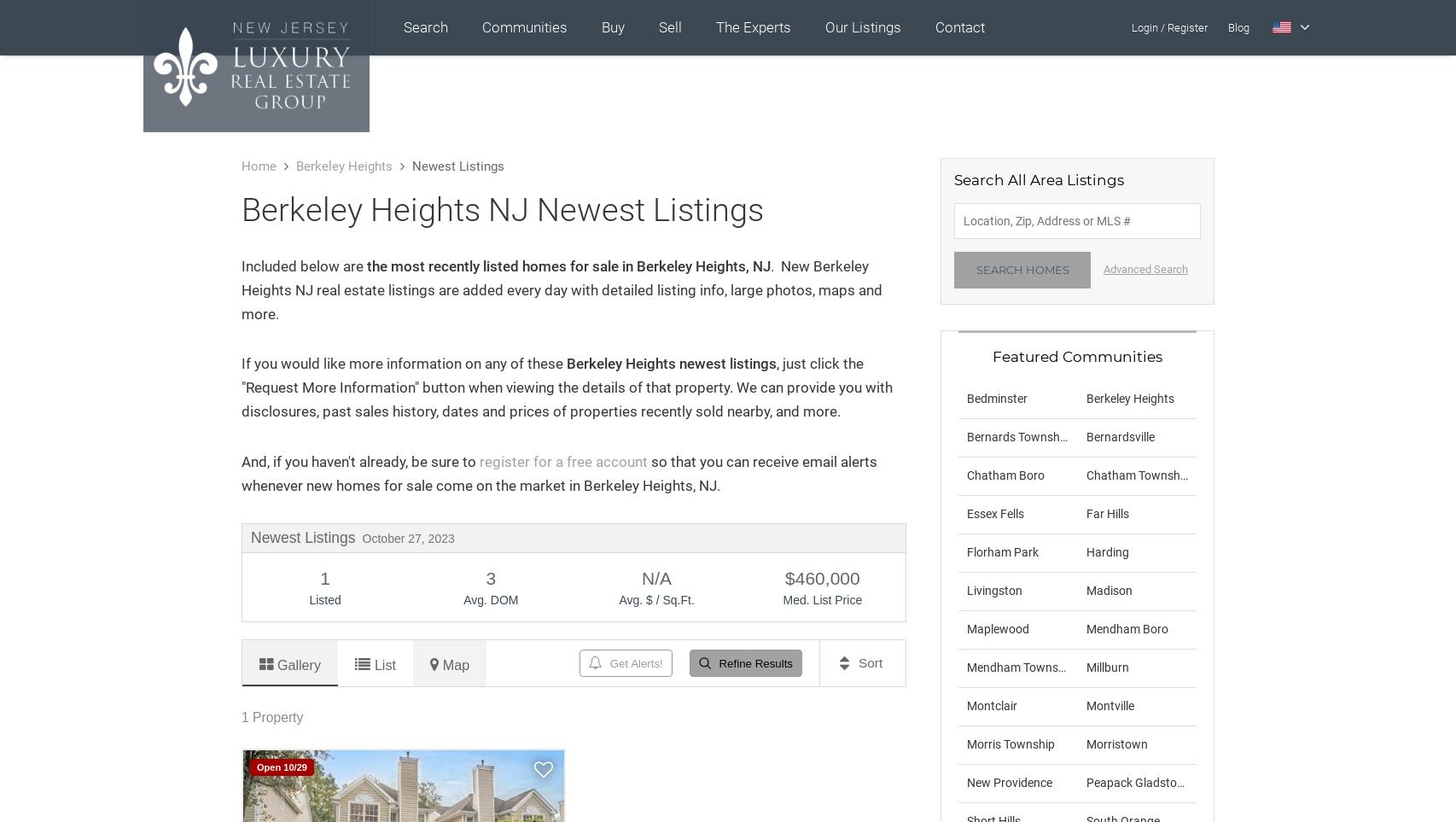 The width and height of the screenshot is (1456, 822). What do you see at coordinates (619, 662) in the screenshot?
I see `'Get'` at bounding box center [619, 662].